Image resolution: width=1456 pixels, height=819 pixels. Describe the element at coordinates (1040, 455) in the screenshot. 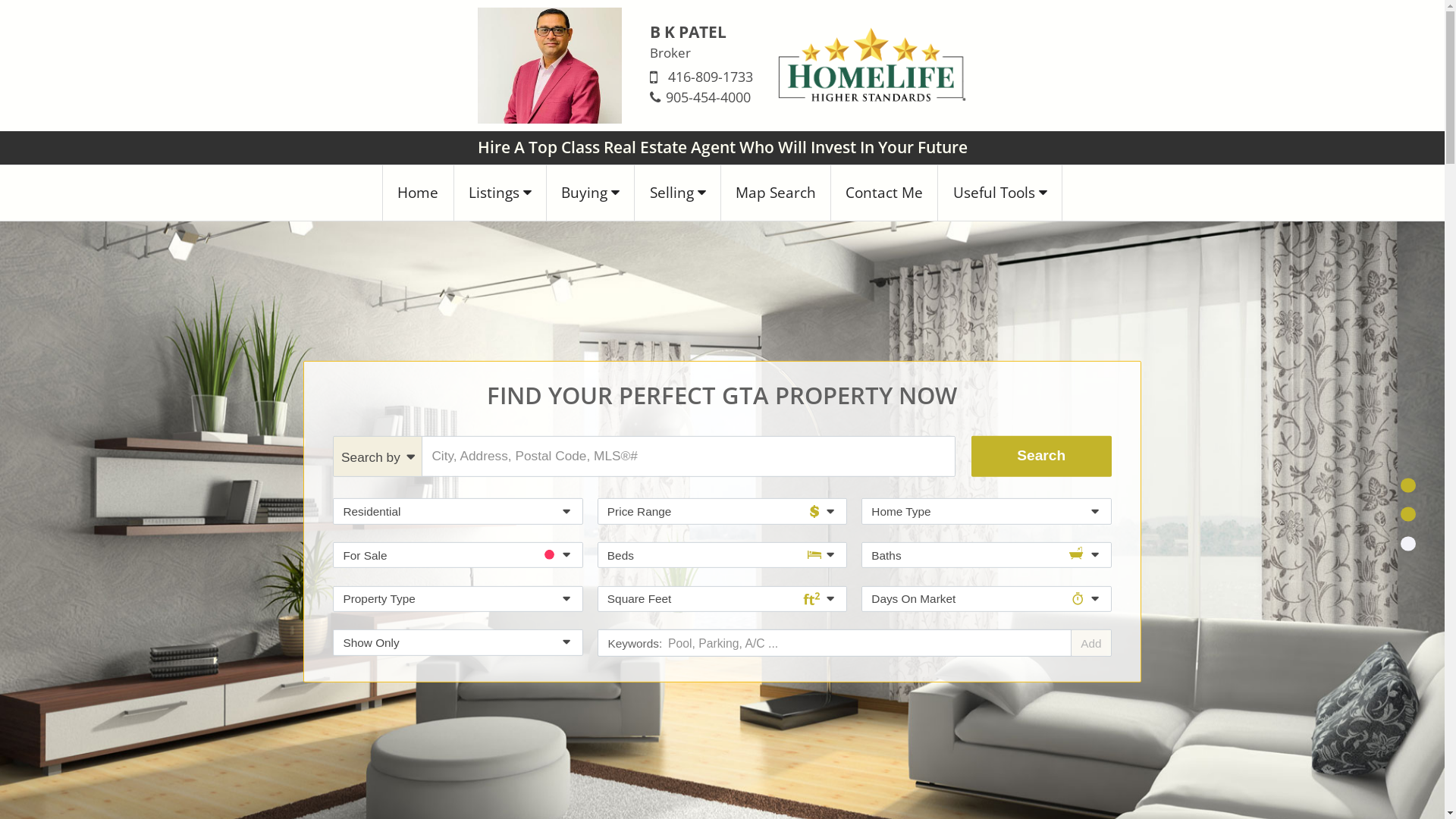

I see `'Search'` at that location.